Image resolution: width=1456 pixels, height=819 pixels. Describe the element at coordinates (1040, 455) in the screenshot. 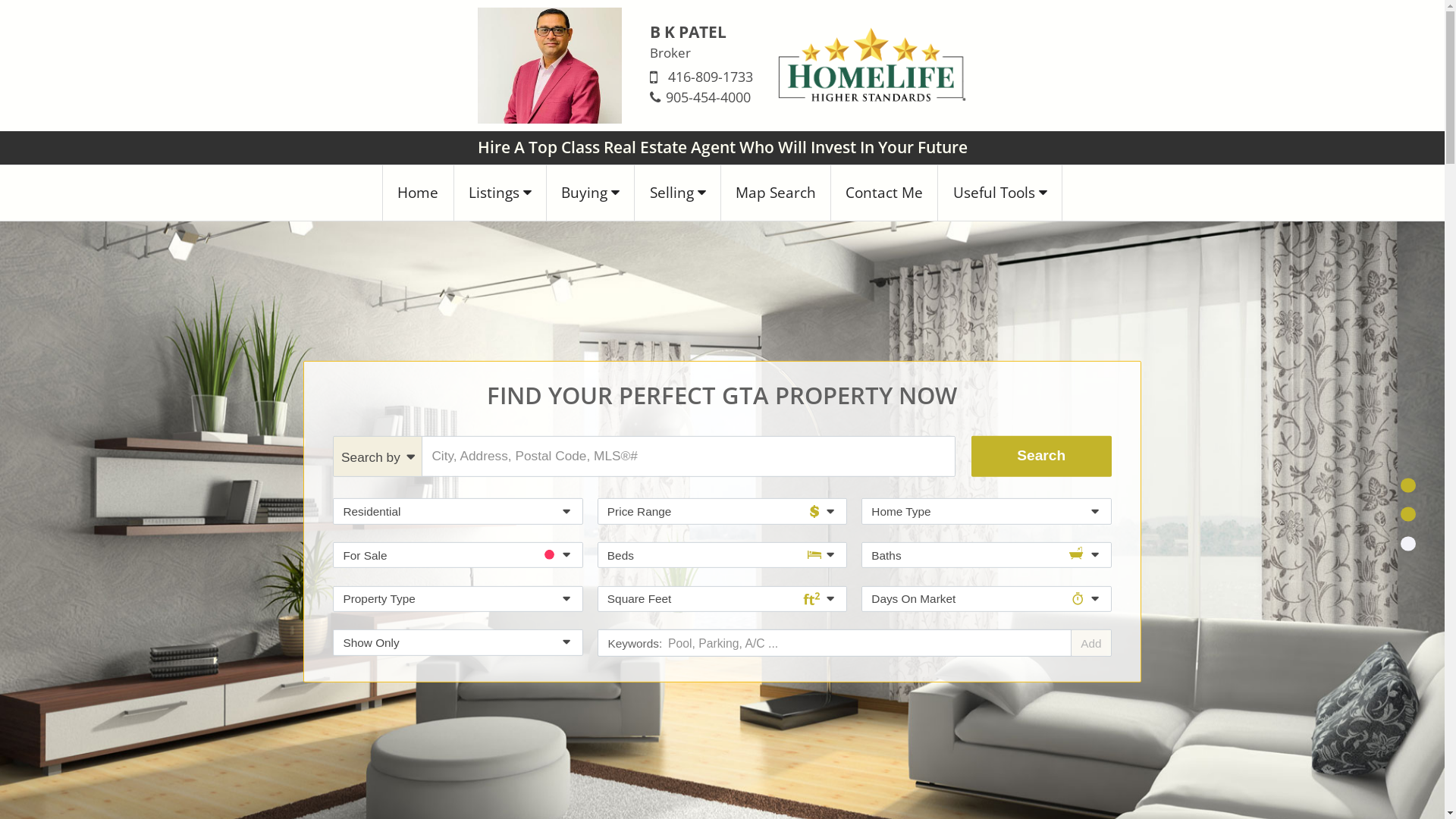

I see `'Search'` at that location.